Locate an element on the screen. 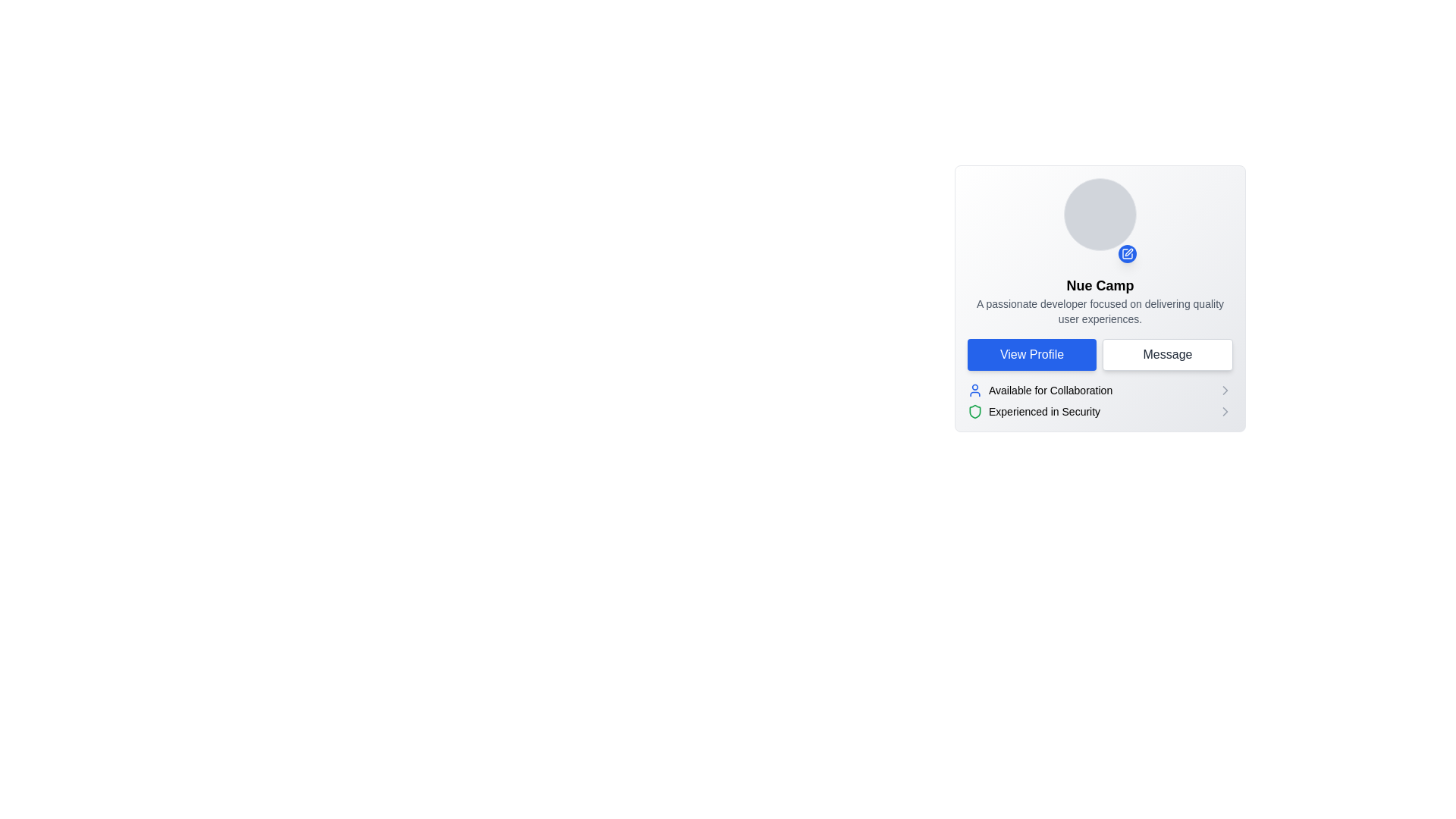 This screenshot has width=1456, height=819. the Profile image placeholder with an edit button is located at coordinates (1100, 220).